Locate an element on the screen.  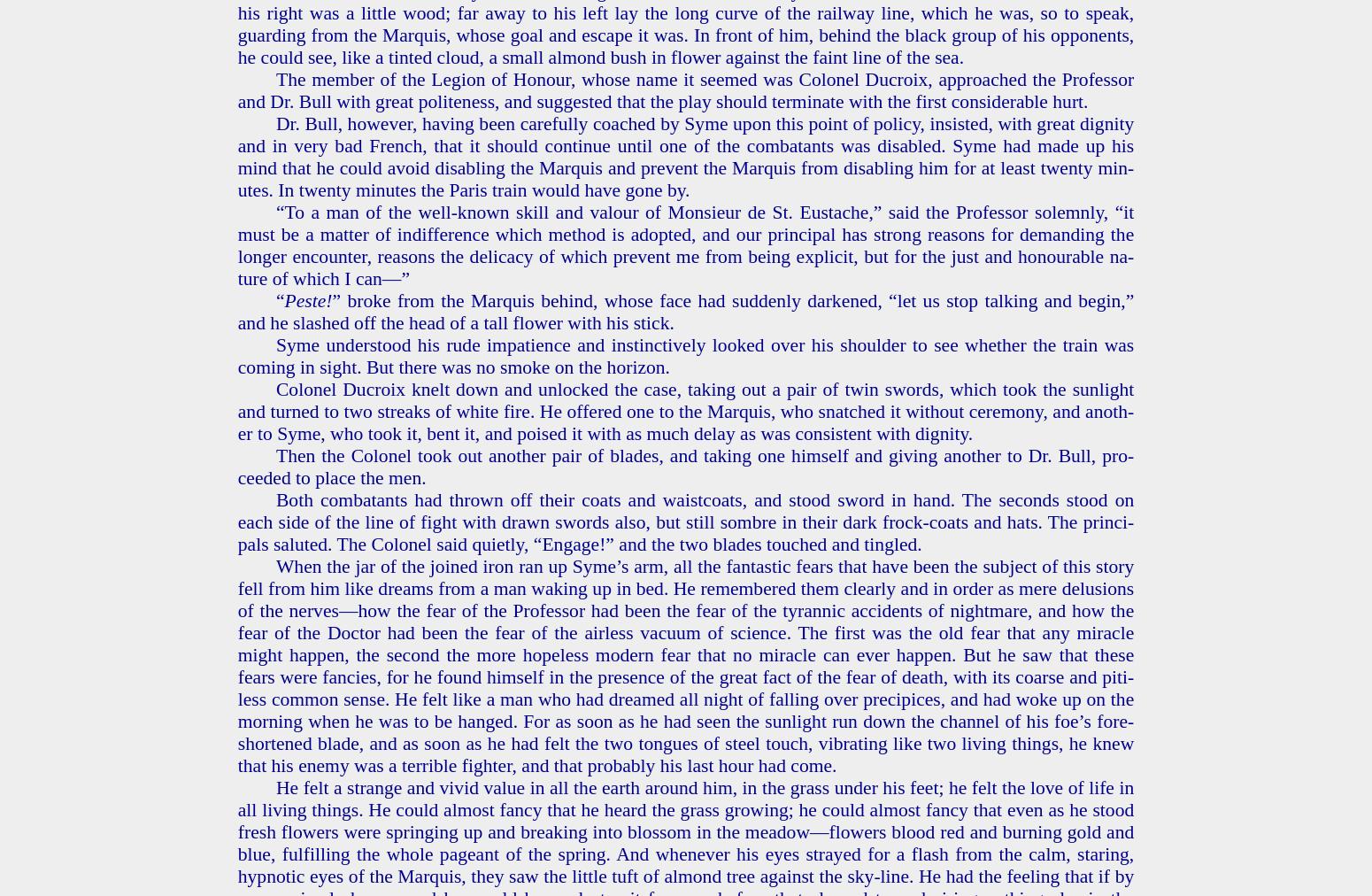
'Dr. Bull, how­ev­er, hav­ing been care­ful­ly coached by Syme upon this point of pol­i­cy, in­sist­ed, with great dig­ni­ty and in very bad French, that it should con­tin­ue until one of the com­bat­ants was dis­abled. Syme had made up his mind that he could avoid dis­abling the Mar­quis and pre­vent the Mar­quis from dis­abling him for at least twen­ty min­utes. In twen­ty min­utes the Paris train would have gone by.' is located at coordinates (236, 156).